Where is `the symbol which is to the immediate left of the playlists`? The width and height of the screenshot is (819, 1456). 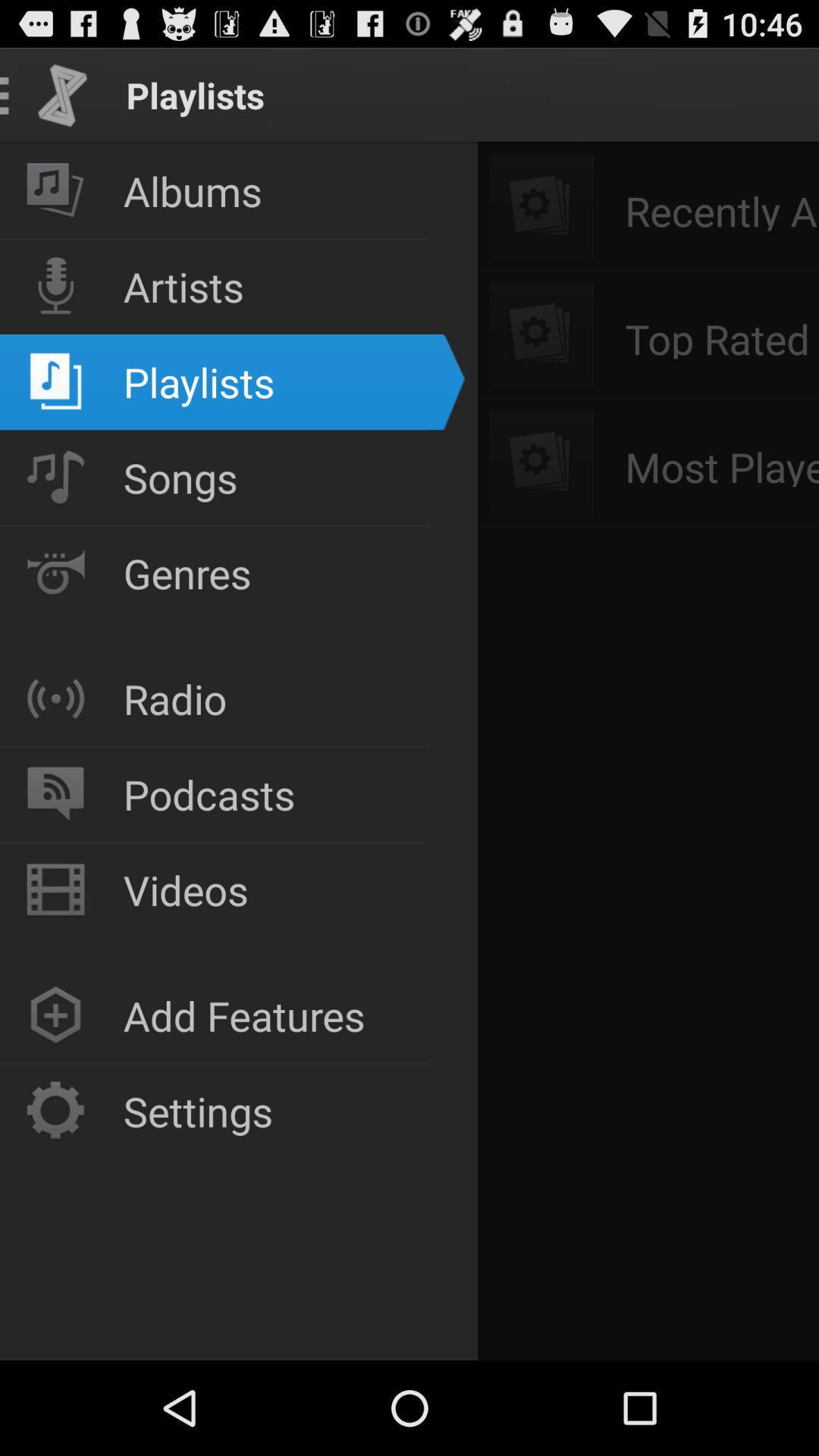 the symbol which is to the immediate left of the playlists is located at coordinates (55, 382).